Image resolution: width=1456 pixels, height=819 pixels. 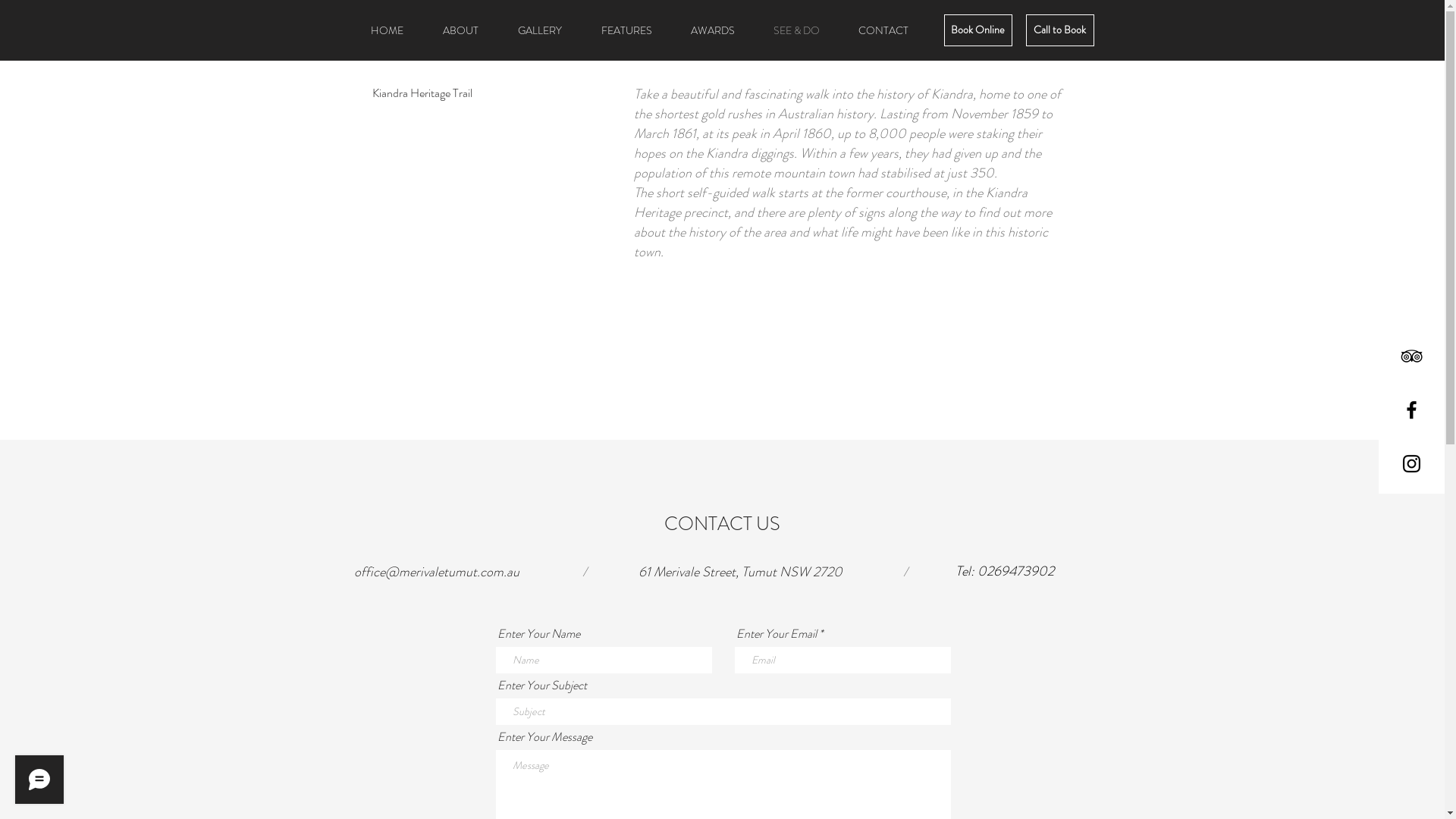 I want to click on 'AWARDS', so click(x=712, y=30).